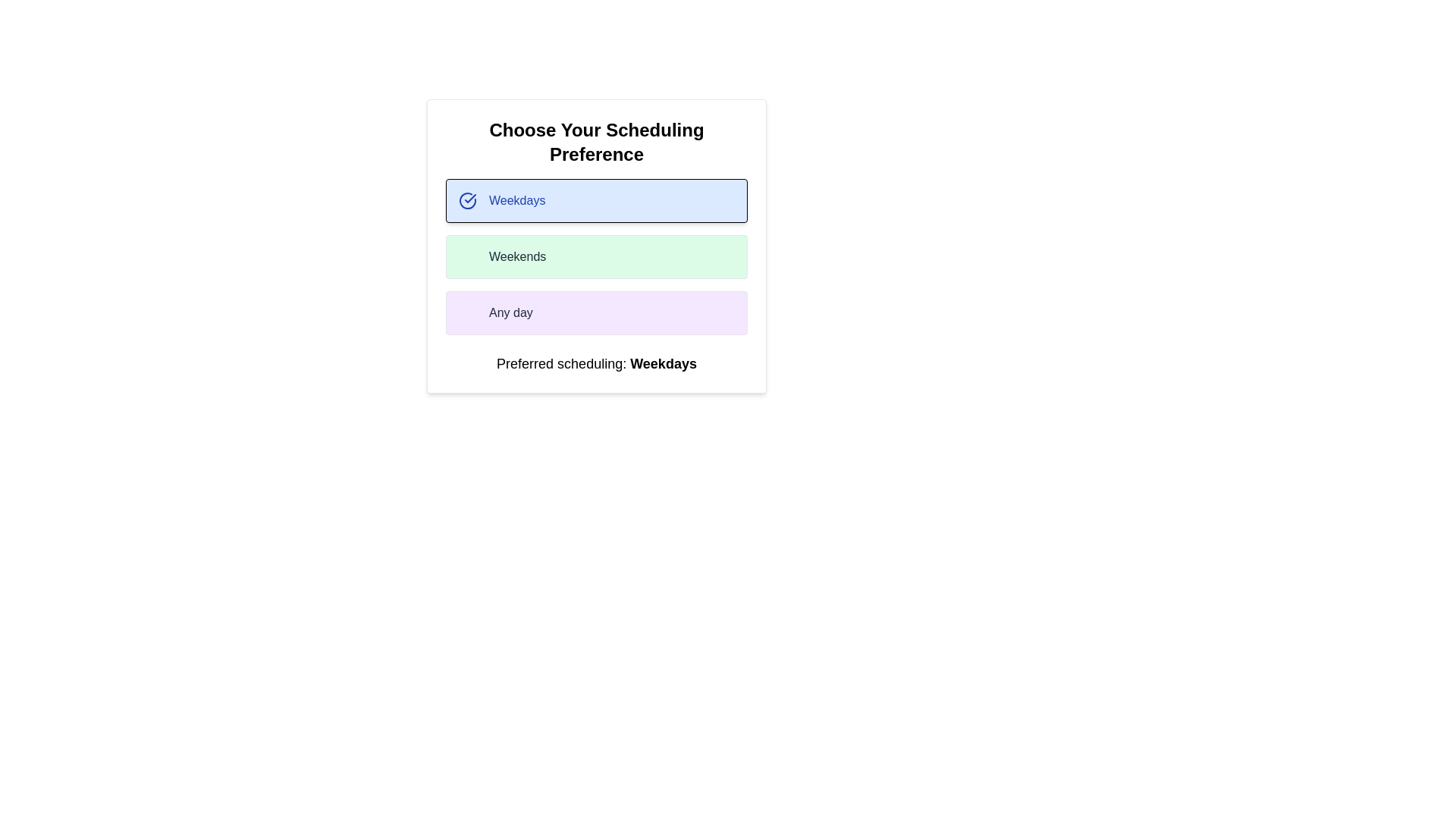 The image size is (1456, 819). Describe the element at coordinates (467, 200) in the screenshot. I see `the selection indication icon for the 'Weekdays' scheduling option, located to the left of the text within the 'Weekdays' button` at that location.